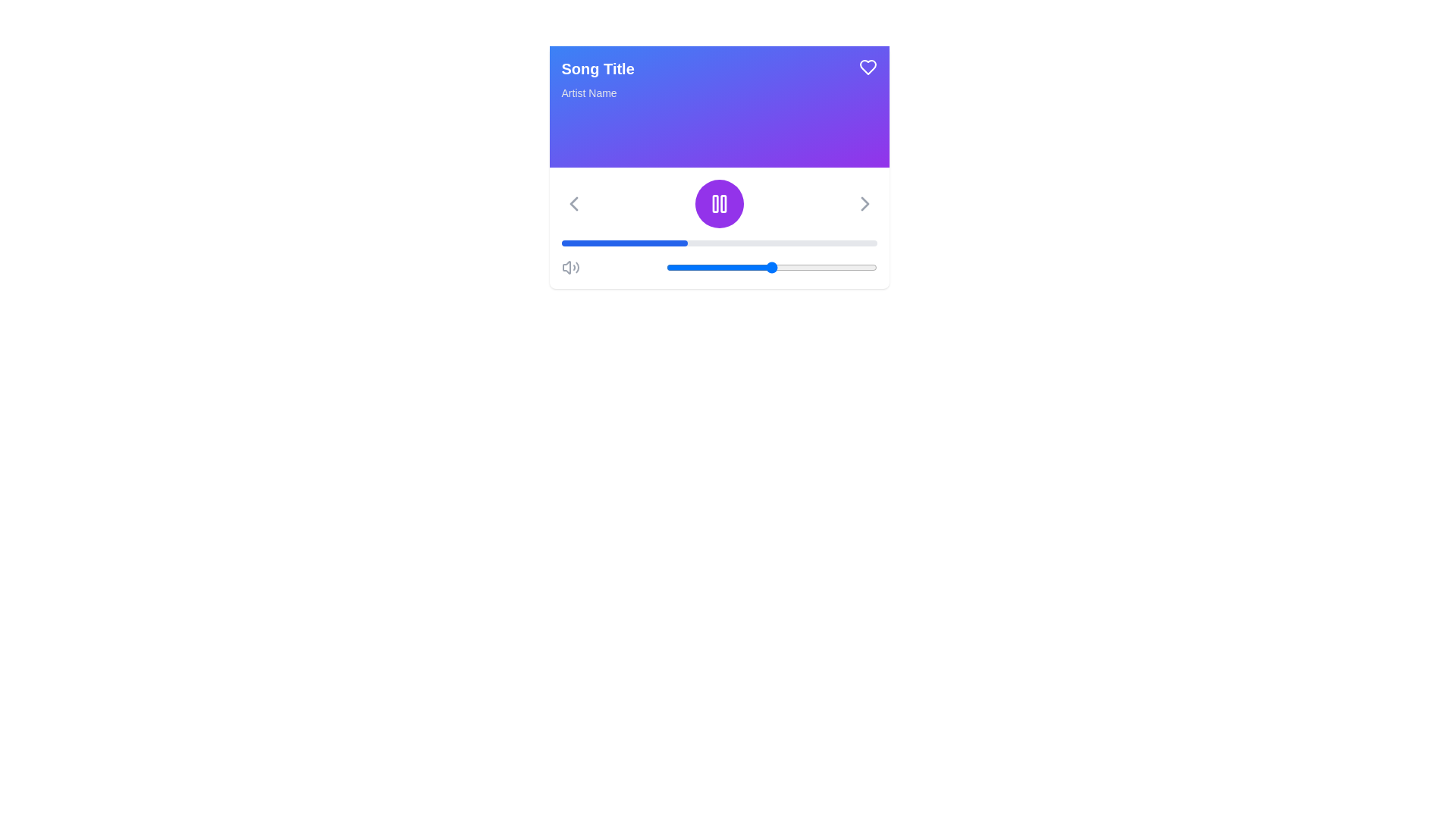  What do you see at coordinates (699, 267) in the screenshot?
I see `the slider value` at bounding box center [699, 267].